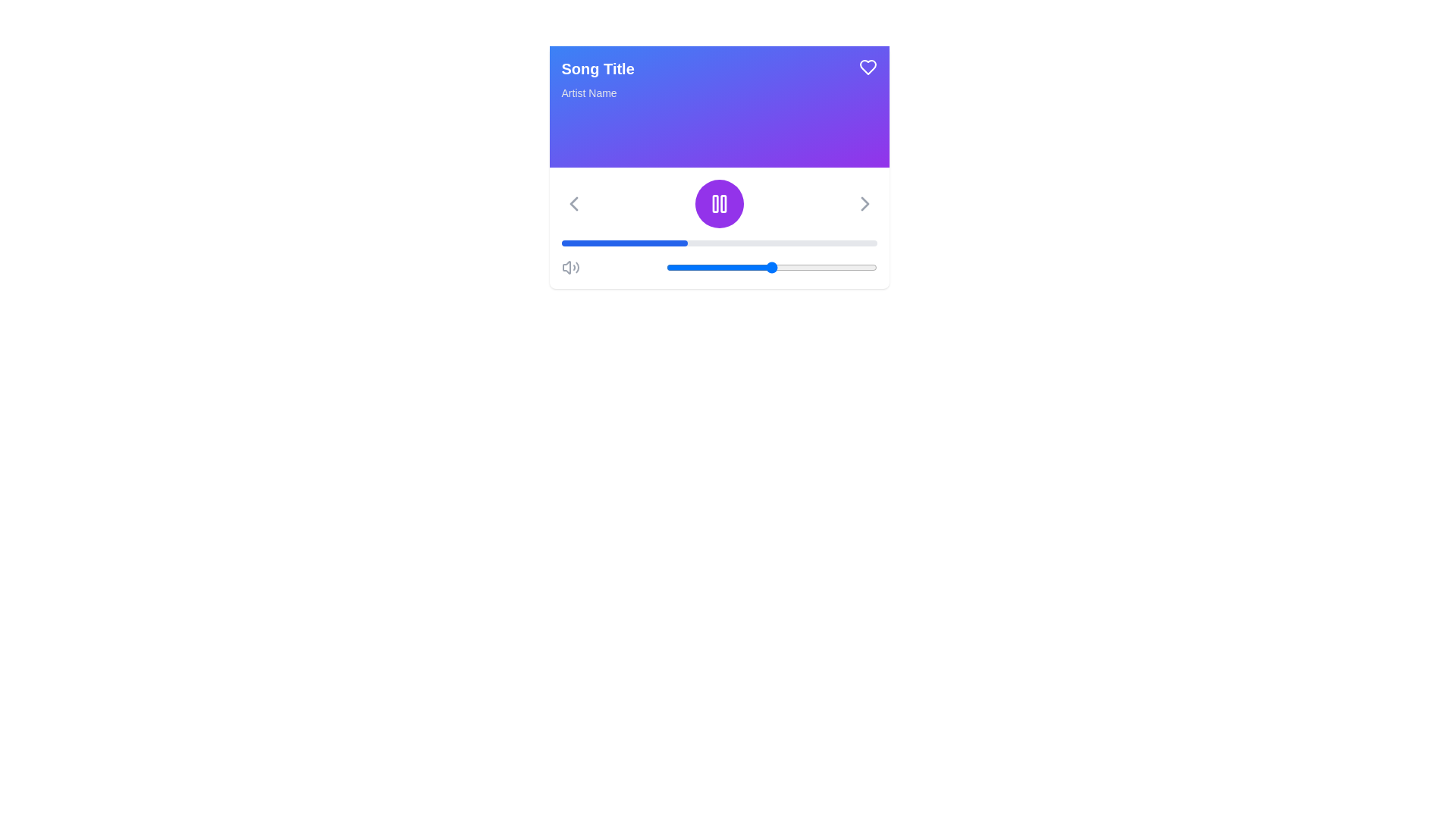  What do you see at coordinates (699, 267) in the screenshot?
I see `the slider value` at bounding box center [699, 267].